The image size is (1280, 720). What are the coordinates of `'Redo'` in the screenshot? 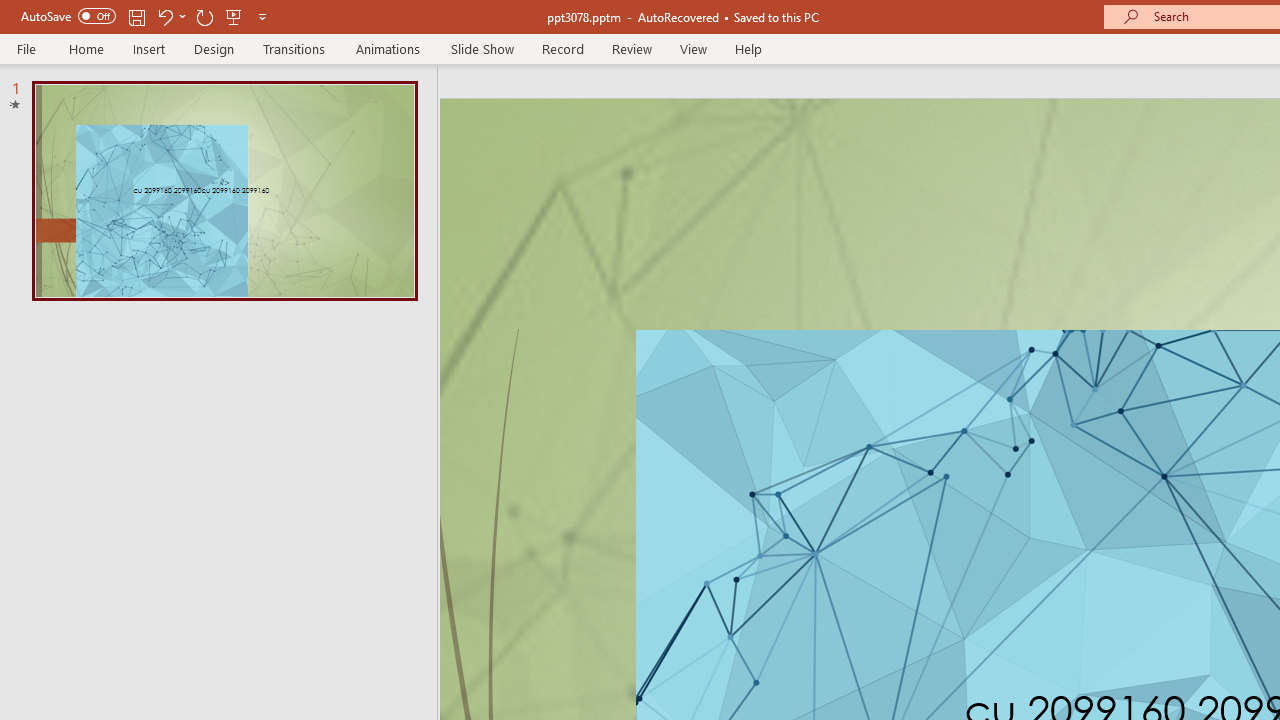 It's located at (204, 16).